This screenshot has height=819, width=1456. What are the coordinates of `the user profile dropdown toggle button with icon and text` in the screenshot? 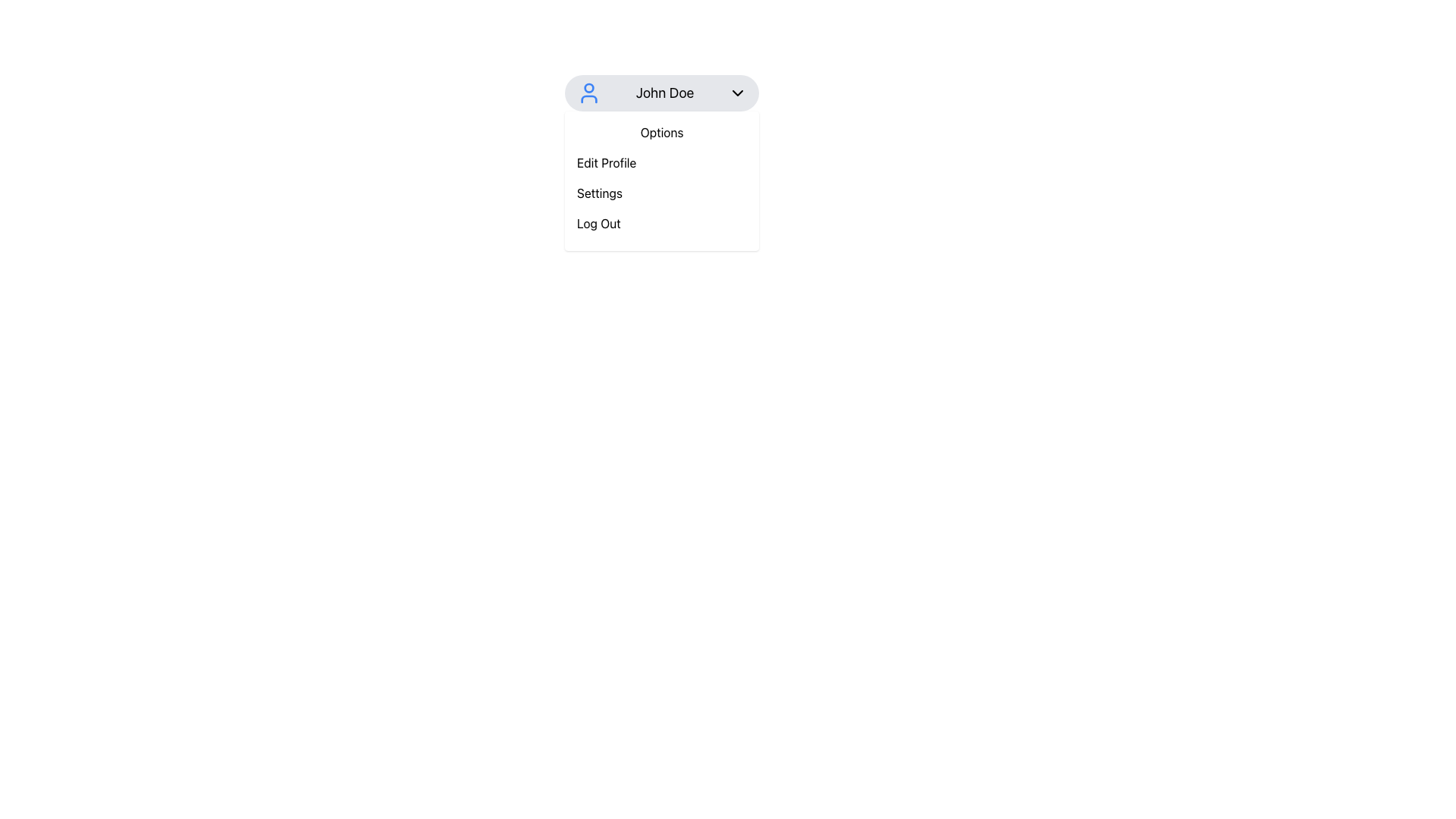 It's located at (662, 93).